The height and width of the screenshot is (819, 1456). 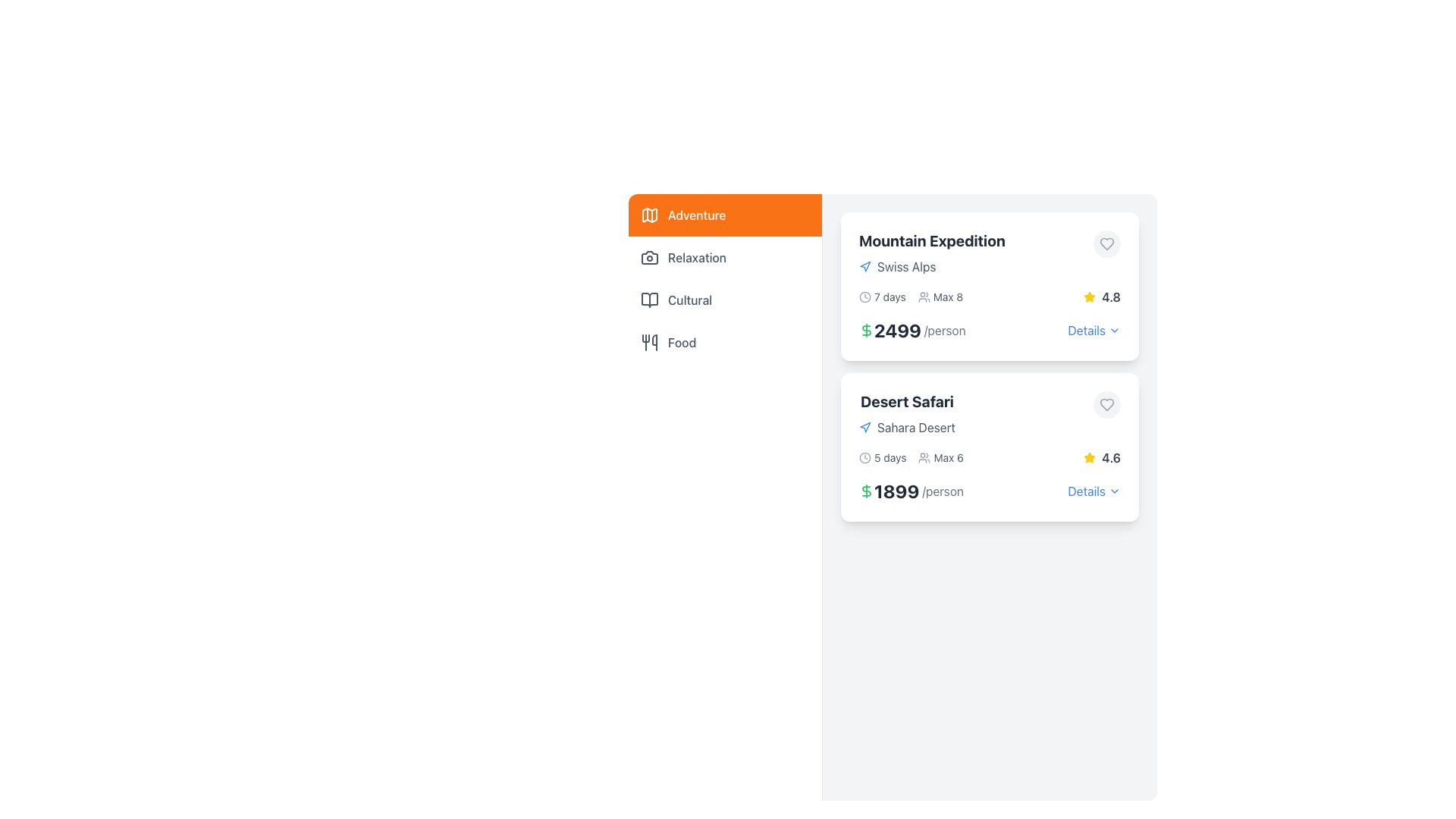 What do you see at coordinates (681, 342) in the screenshot?
I see `the text label in the vertical navigation menu that allows users` at bounding box center [681, 342].